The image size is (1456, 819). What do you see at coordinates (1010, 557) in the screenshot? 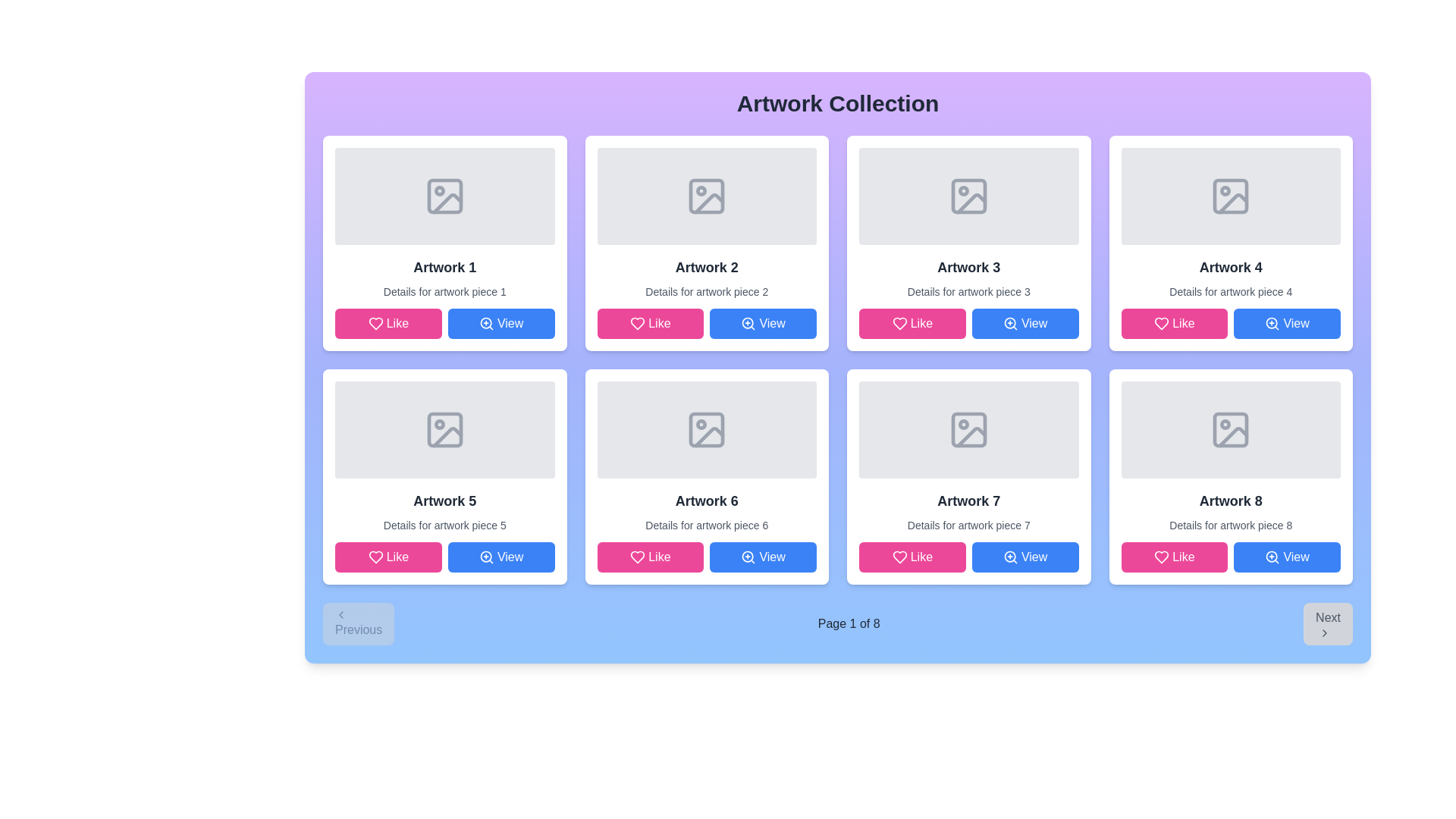
I see `the magnifying glass icon with a plus sign at the center, which is part of the blue button labeled 'View' located at the bottom-right corner of the card for 'Artwork 7.'` at bounding box center [1010, 557].